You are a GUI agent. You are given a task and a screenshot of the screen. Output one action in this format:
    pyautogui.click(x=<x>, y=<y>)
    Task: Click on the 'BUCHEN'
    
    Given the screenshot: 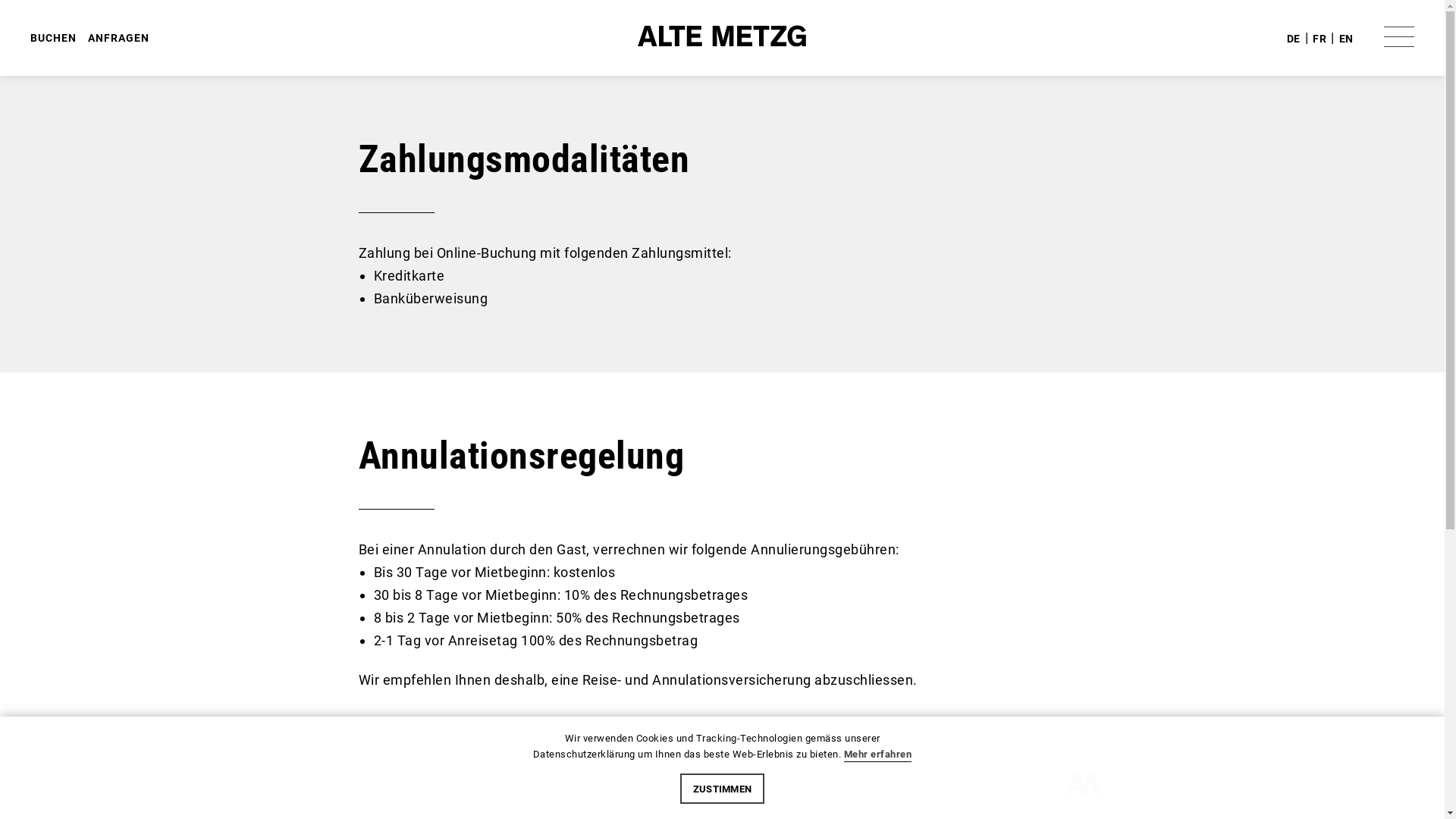 What is the action you would take?
    pyautogui.click(x=53, y=37)
    